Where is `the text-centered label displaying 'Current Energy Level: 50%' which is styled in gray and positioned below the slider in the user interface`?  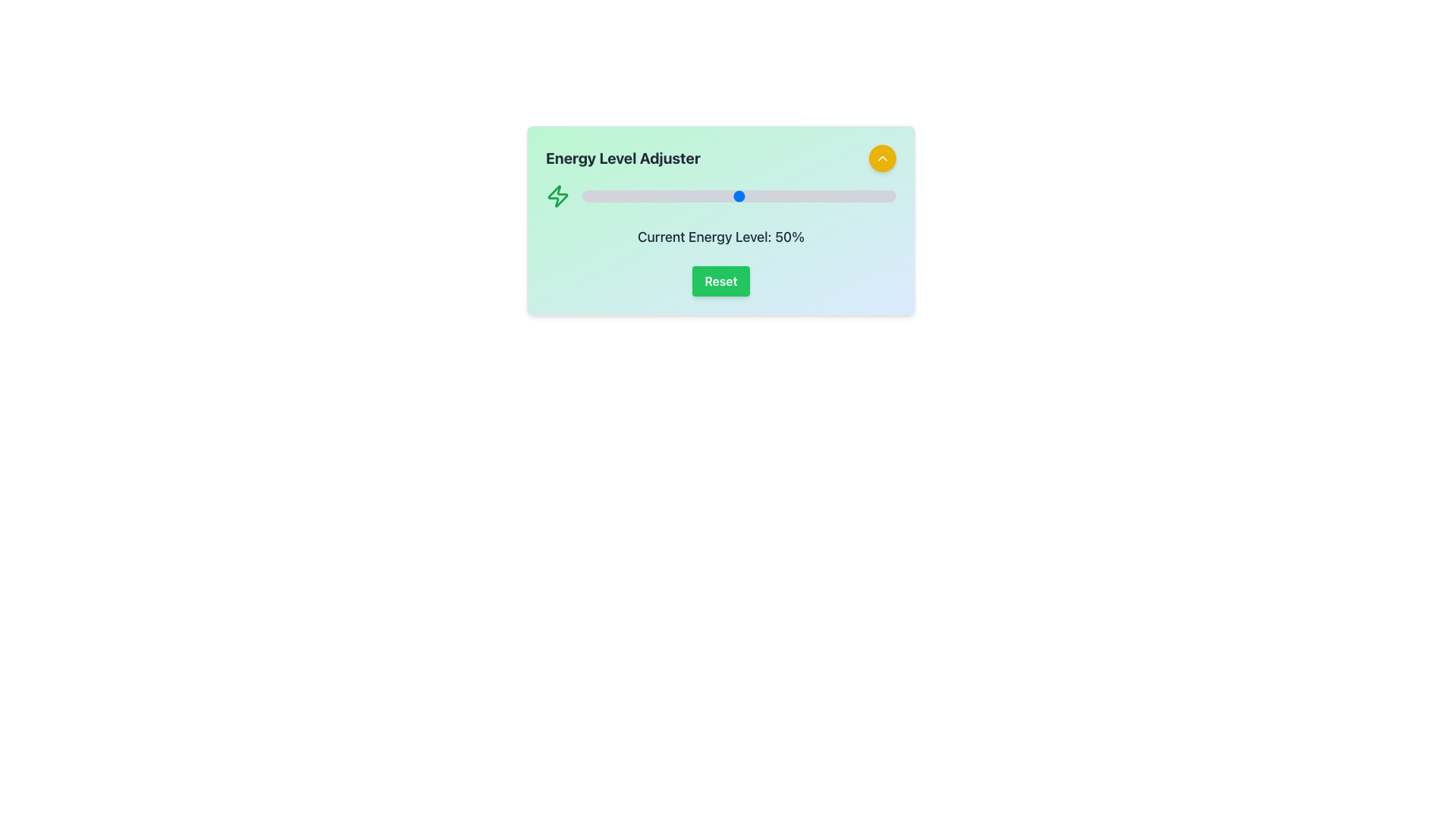 the text-centered label displaying 'Current Energy Level: 50%' which is styled in gray and positioned below the slider in the user interface is located at coordinates (720, 237).